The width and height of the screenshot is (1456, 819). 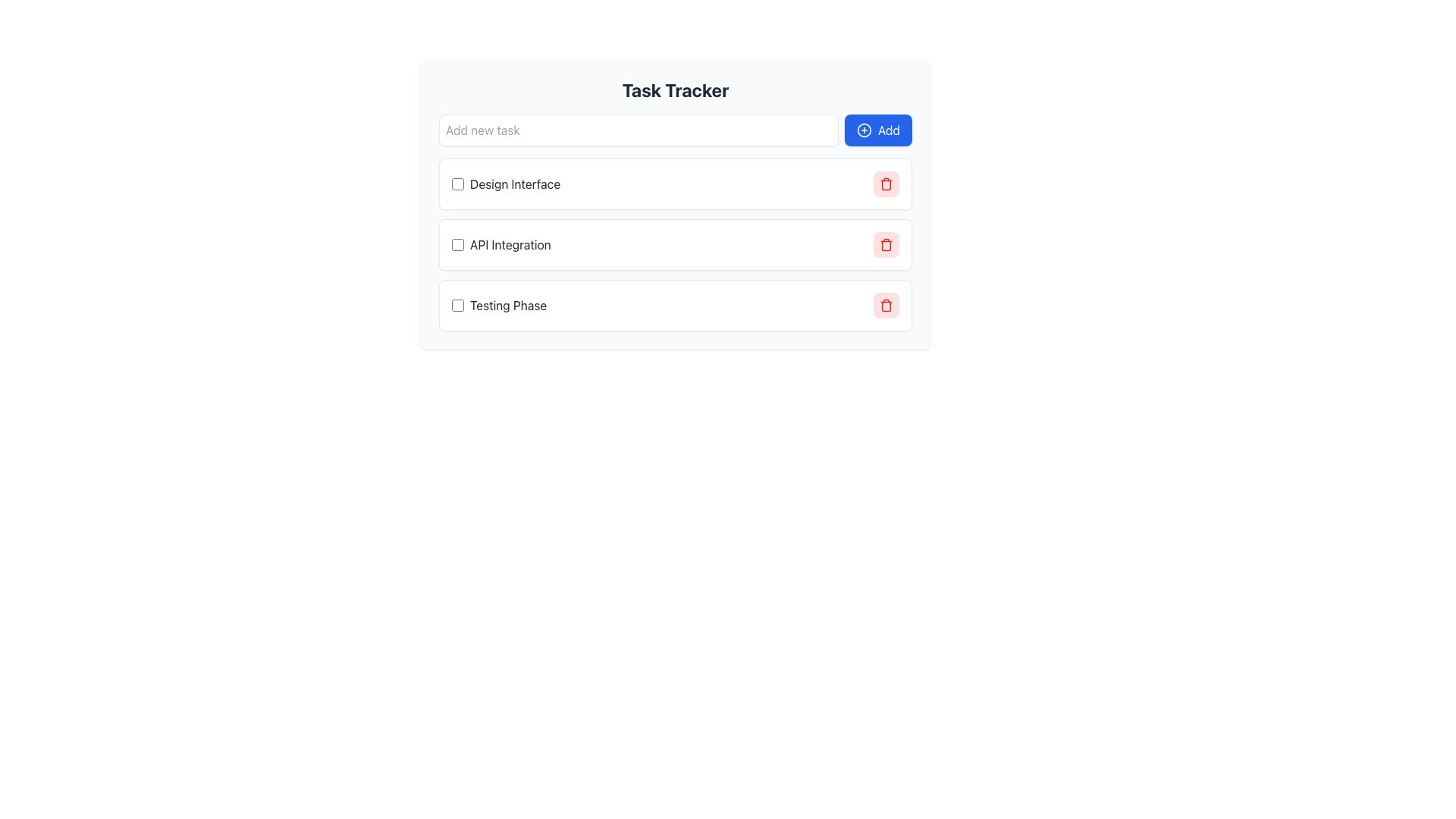 I want to click on the checkbox for 'API Integration', so click(x=457, y=244).